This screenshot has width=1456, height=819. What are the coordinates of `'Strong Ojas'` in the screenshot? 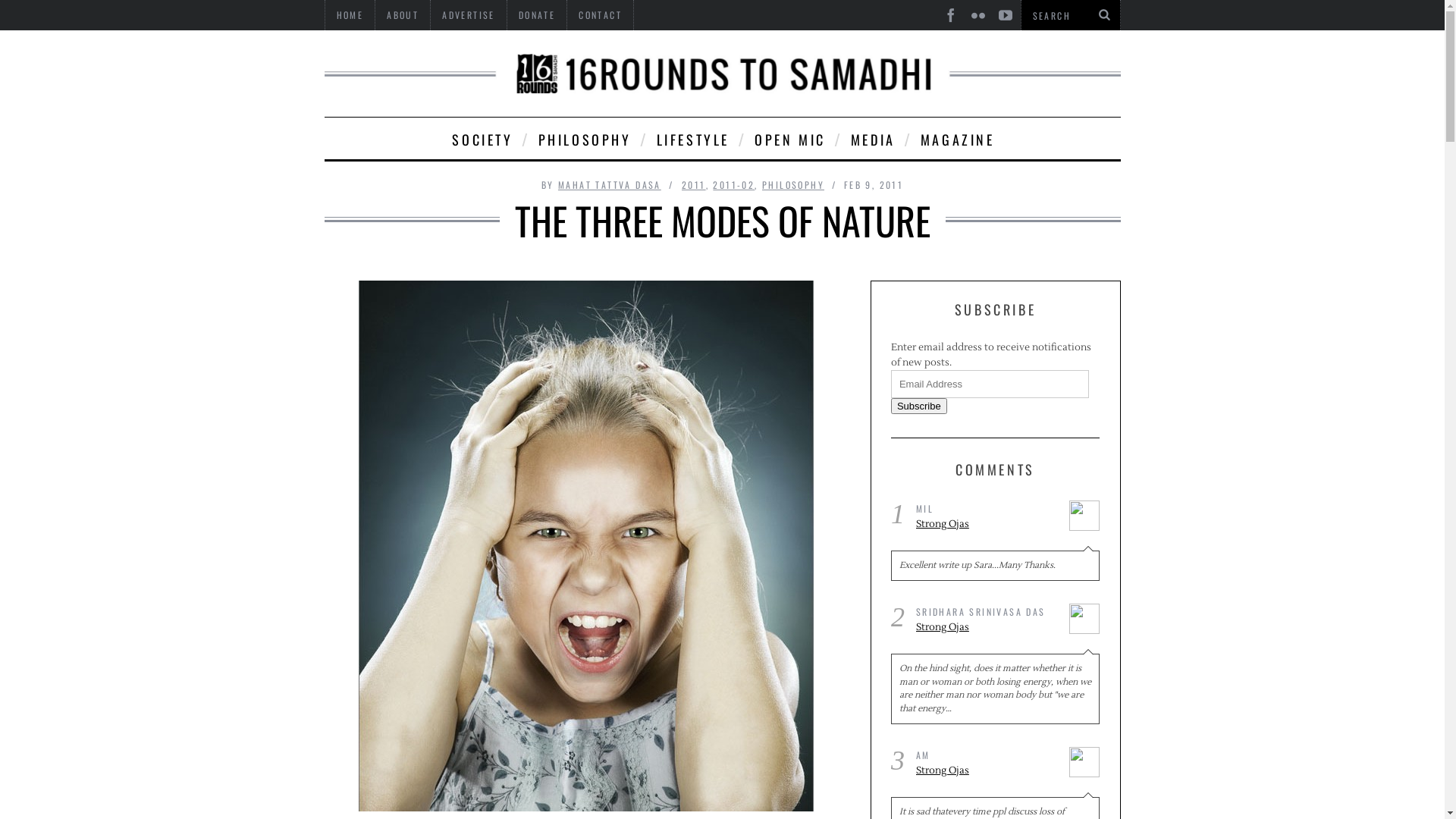 It's located at (987, 523).